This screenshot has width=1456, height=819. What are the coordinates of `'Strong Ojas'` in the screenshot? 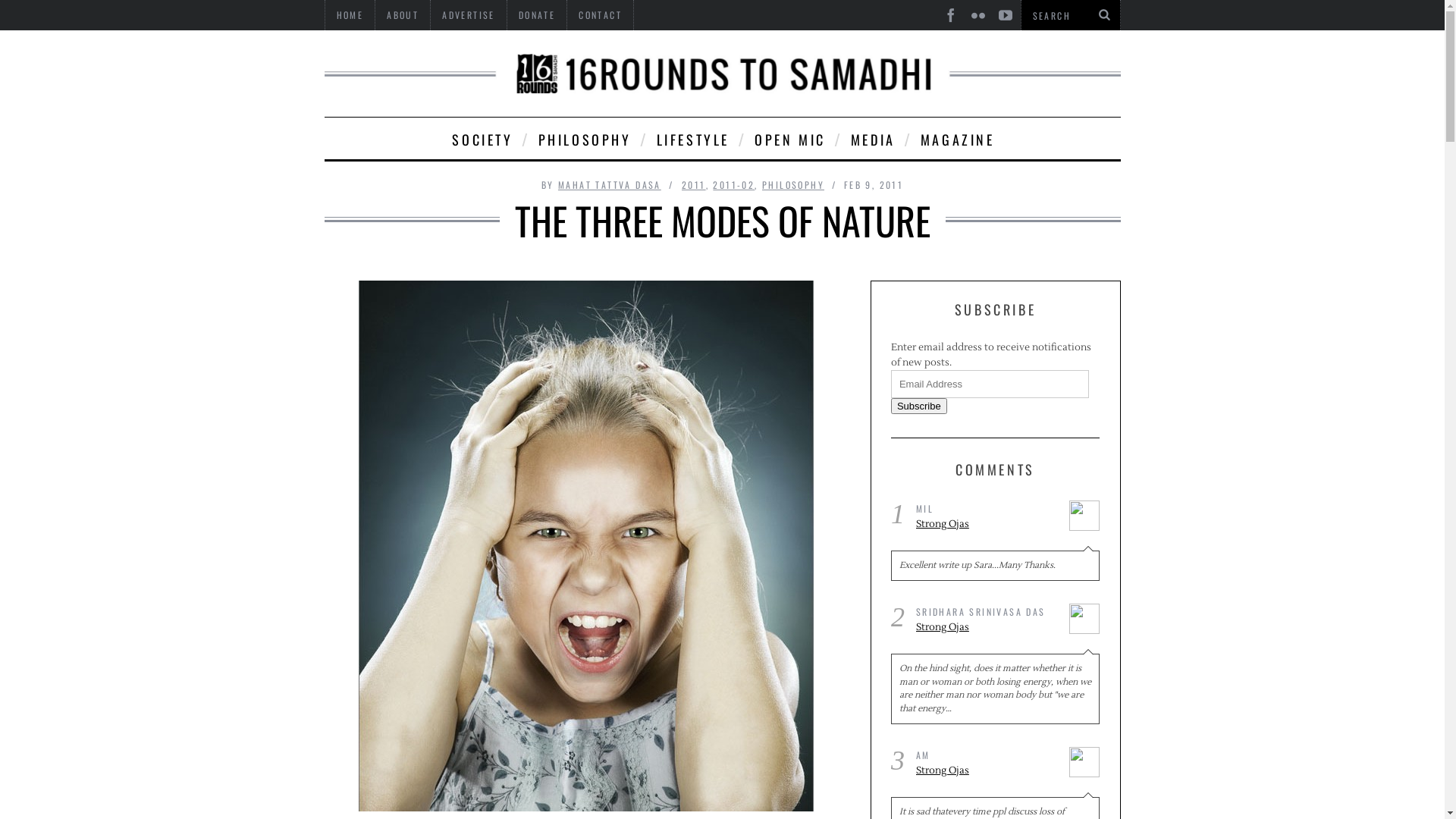 It's located at (987, 523).